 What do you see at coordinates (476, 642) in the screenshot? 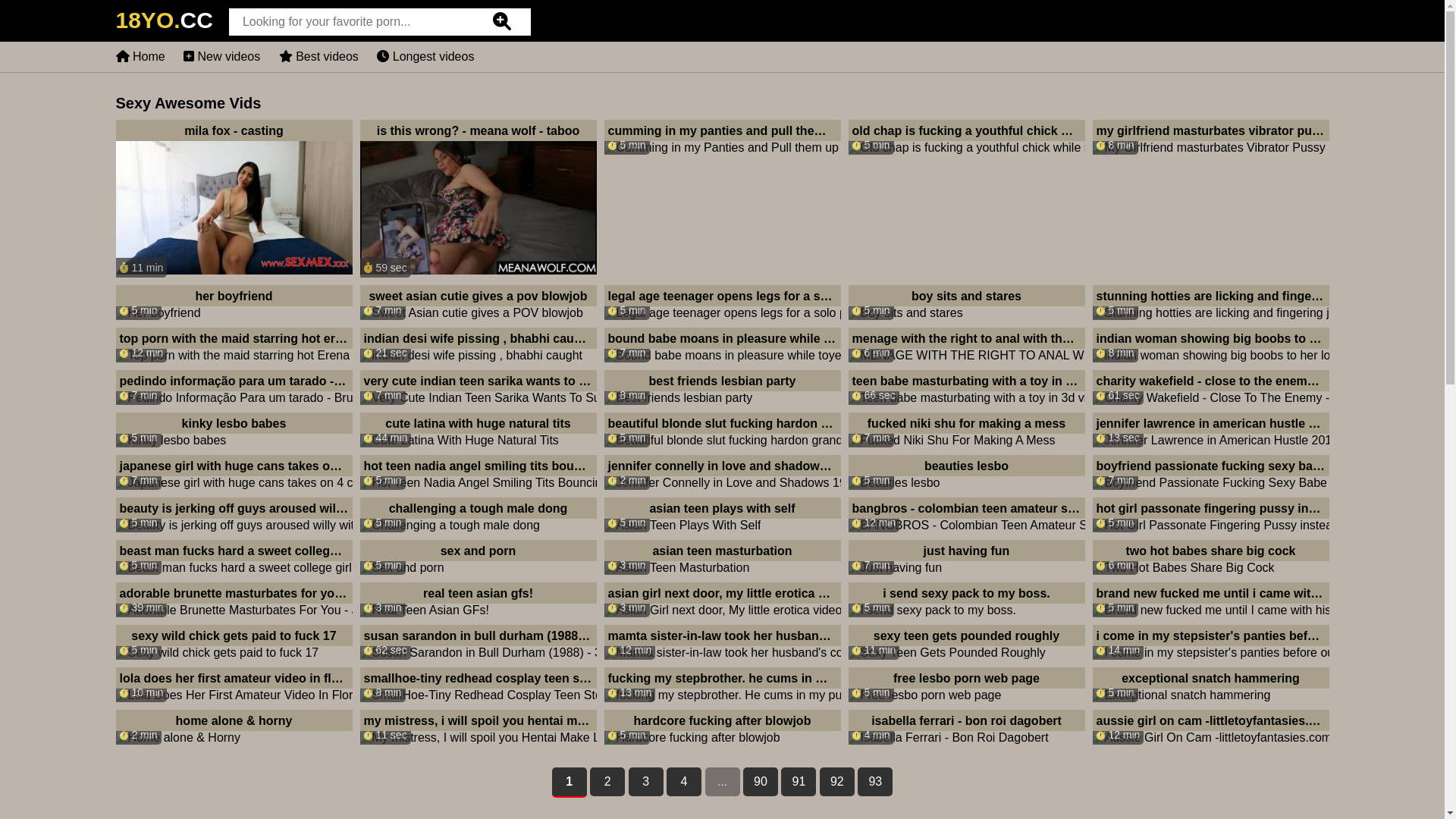
I see `'62 sec` at bounding box center [476, 642].